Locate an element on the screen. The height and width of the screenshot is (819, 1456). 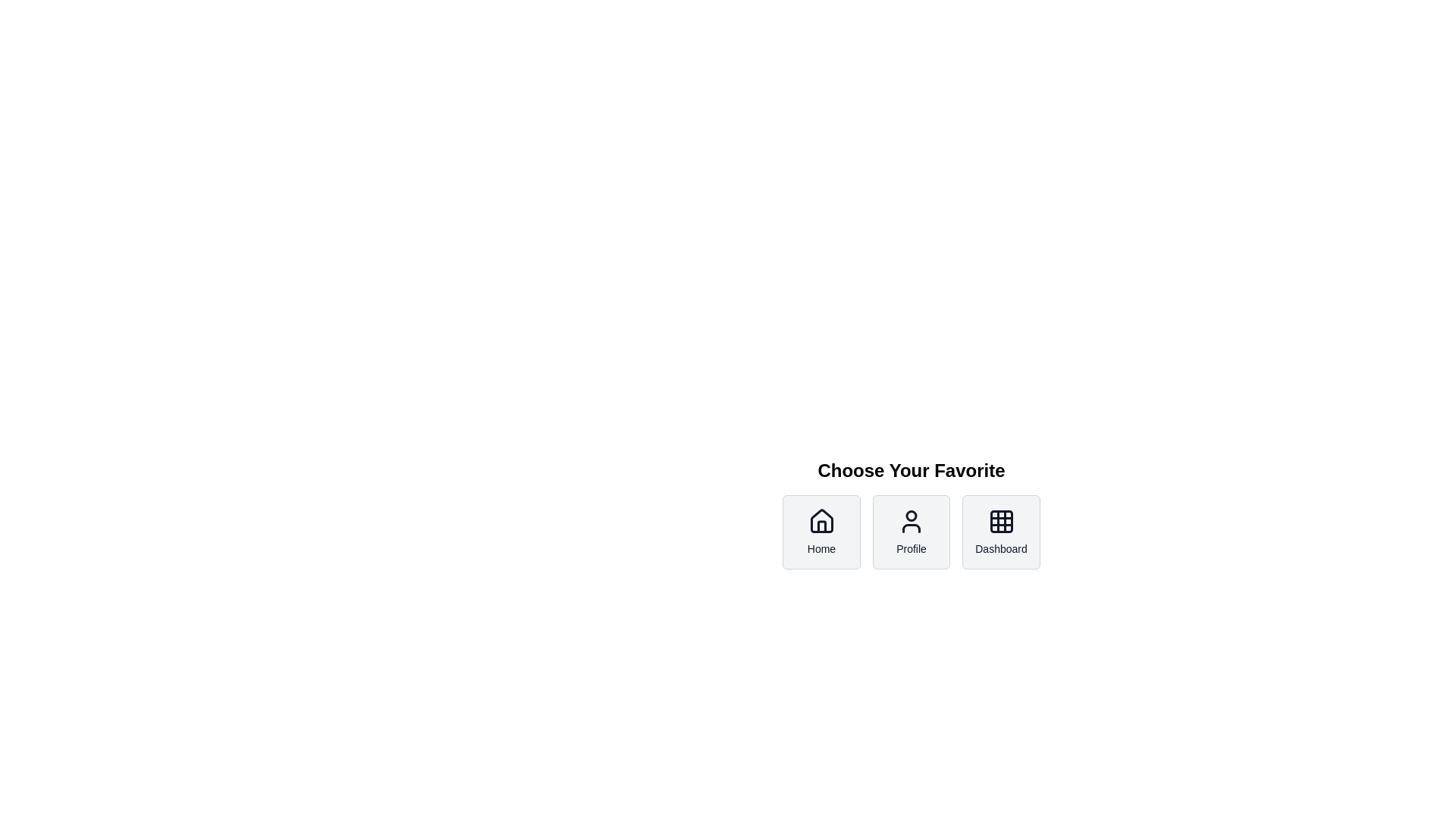
the 'Profile' button with a user icon, which is the middle button under the 'Choose Your Favorite' title is located at coordinates (910, 532).